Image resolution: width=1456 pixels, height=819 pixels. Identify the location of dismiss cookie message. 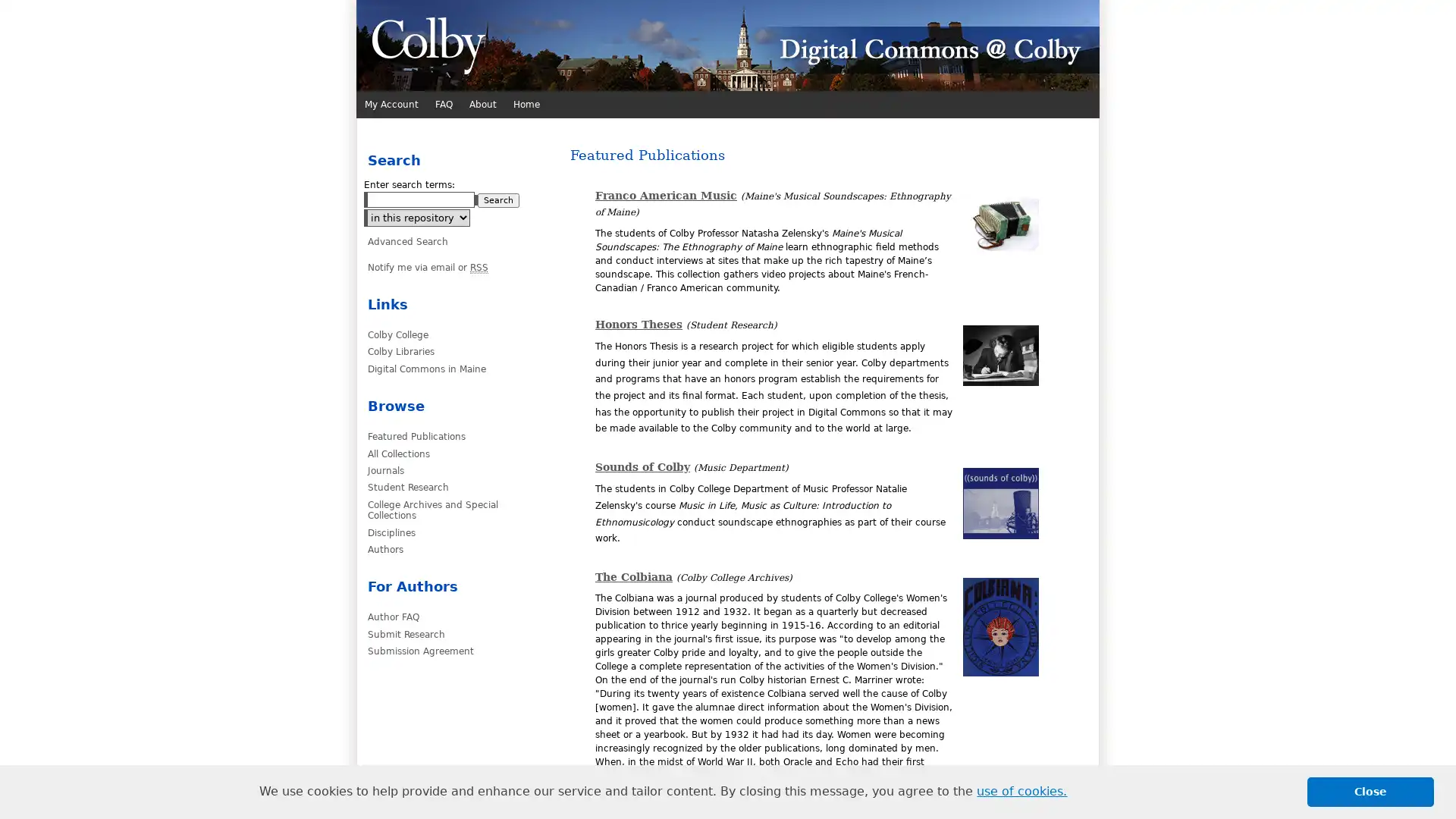
(1370, 791).